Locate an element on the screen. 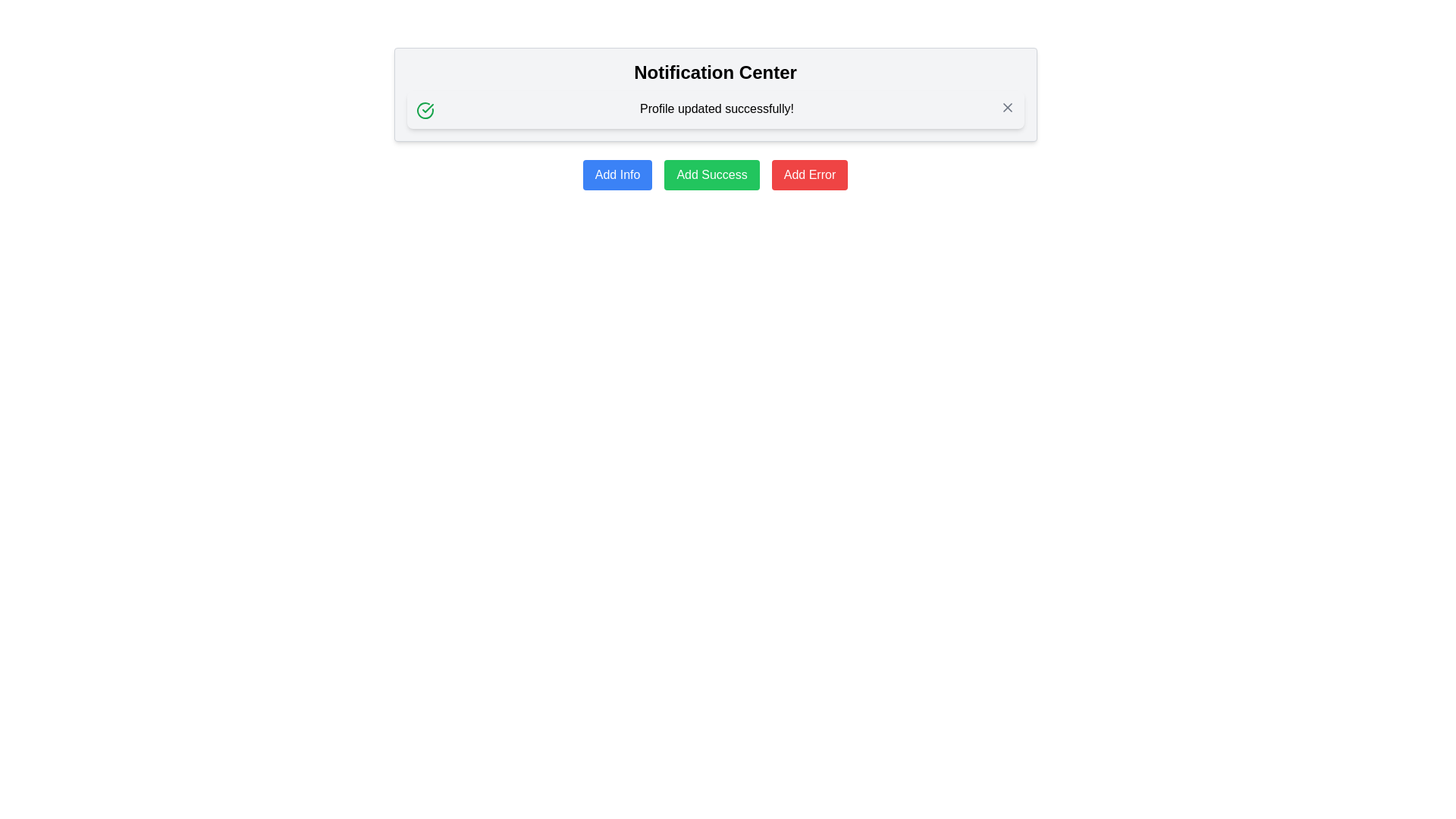 Image resolution: width=1456 pixels, height=819 pixels. the second button in the row of three buttons under the 'Notification Center' header is located at coordinates (711, 174).